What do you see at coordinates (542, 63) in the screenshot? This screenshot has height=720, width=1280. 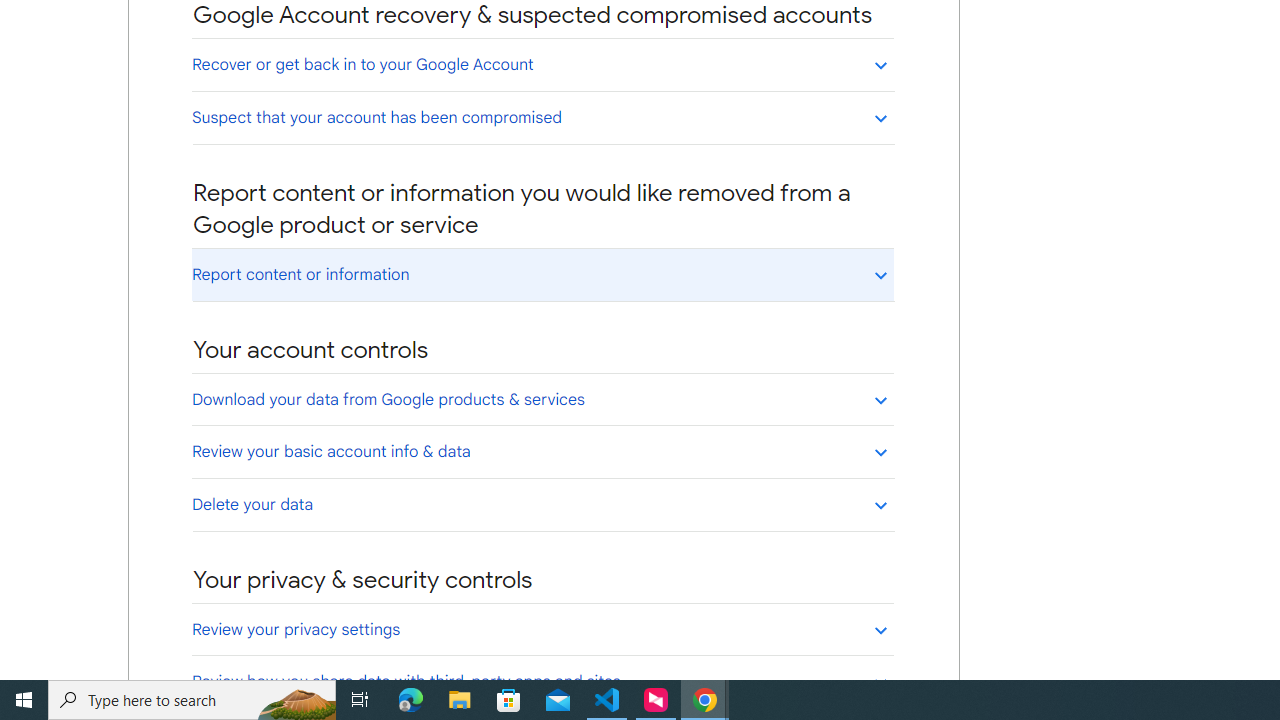 I see `'Recover or get back in to your Google Account'` at bounding box center [542, 63].